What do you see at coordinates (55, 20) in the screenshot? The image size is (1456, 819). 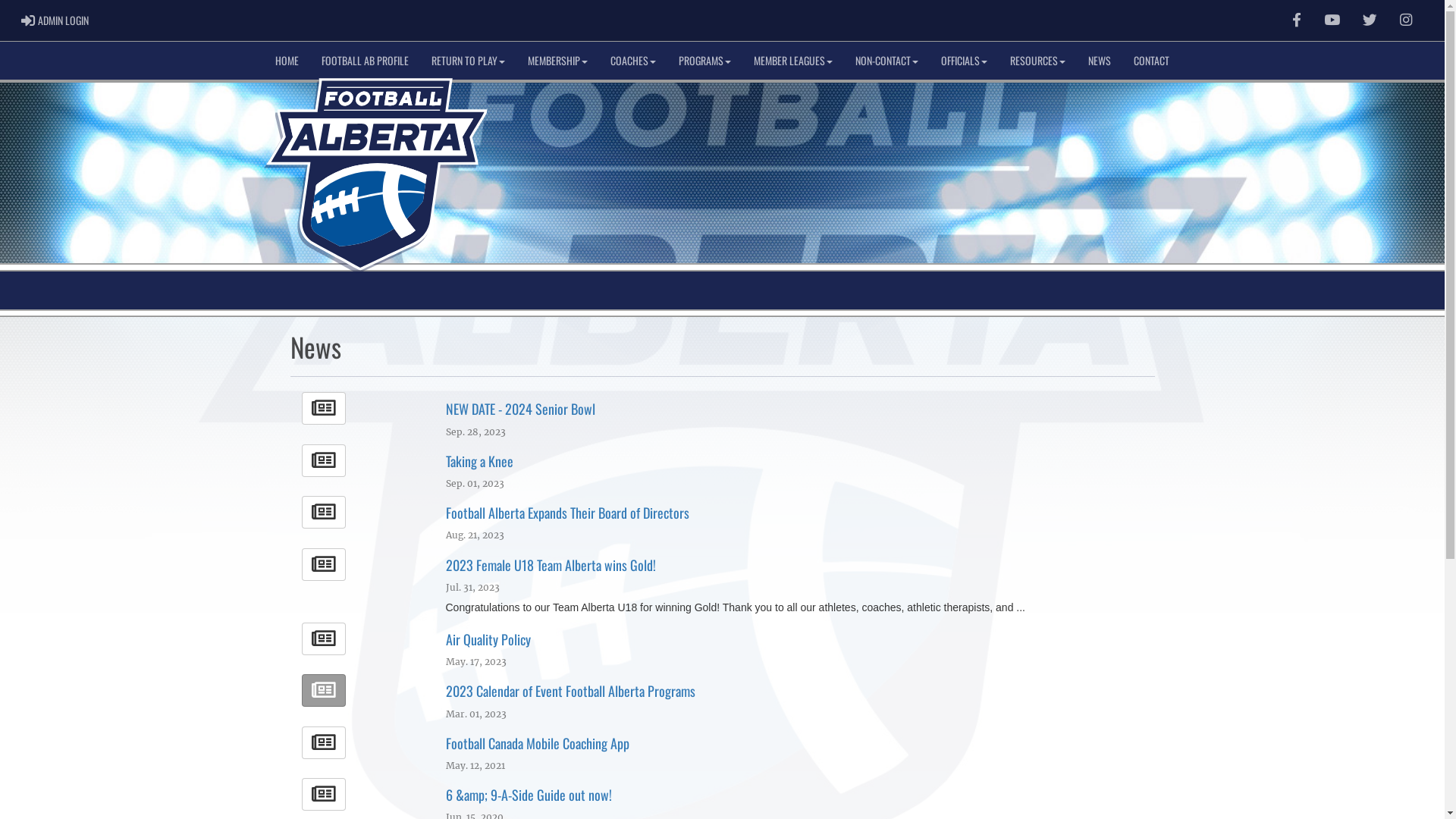 I see `'LOGIN PAGE` at bounding box center [55, 20].